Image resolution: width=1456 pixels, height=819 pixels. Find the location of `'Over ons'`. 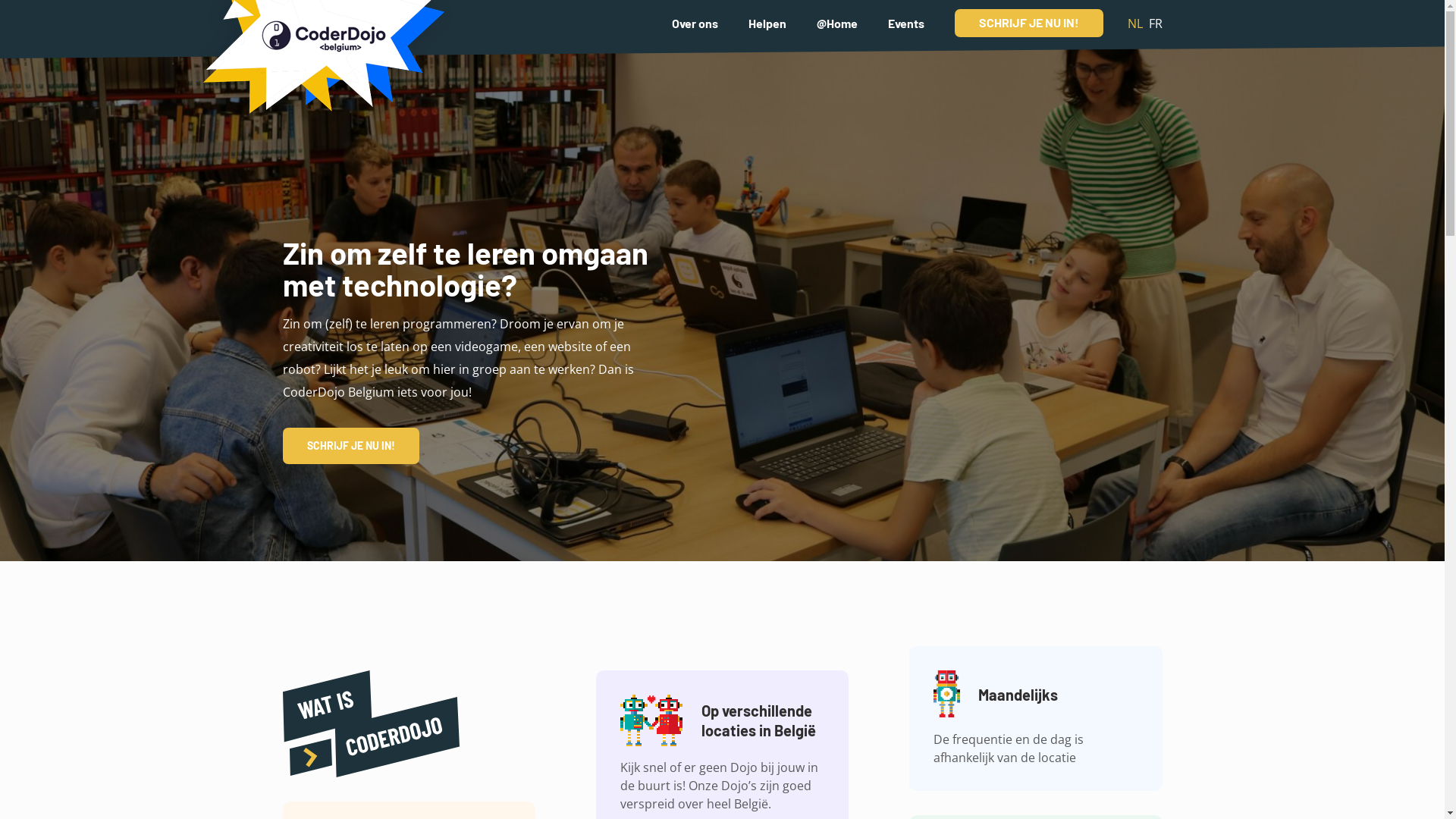

'Over ons' is located at coordinates (671, 22).